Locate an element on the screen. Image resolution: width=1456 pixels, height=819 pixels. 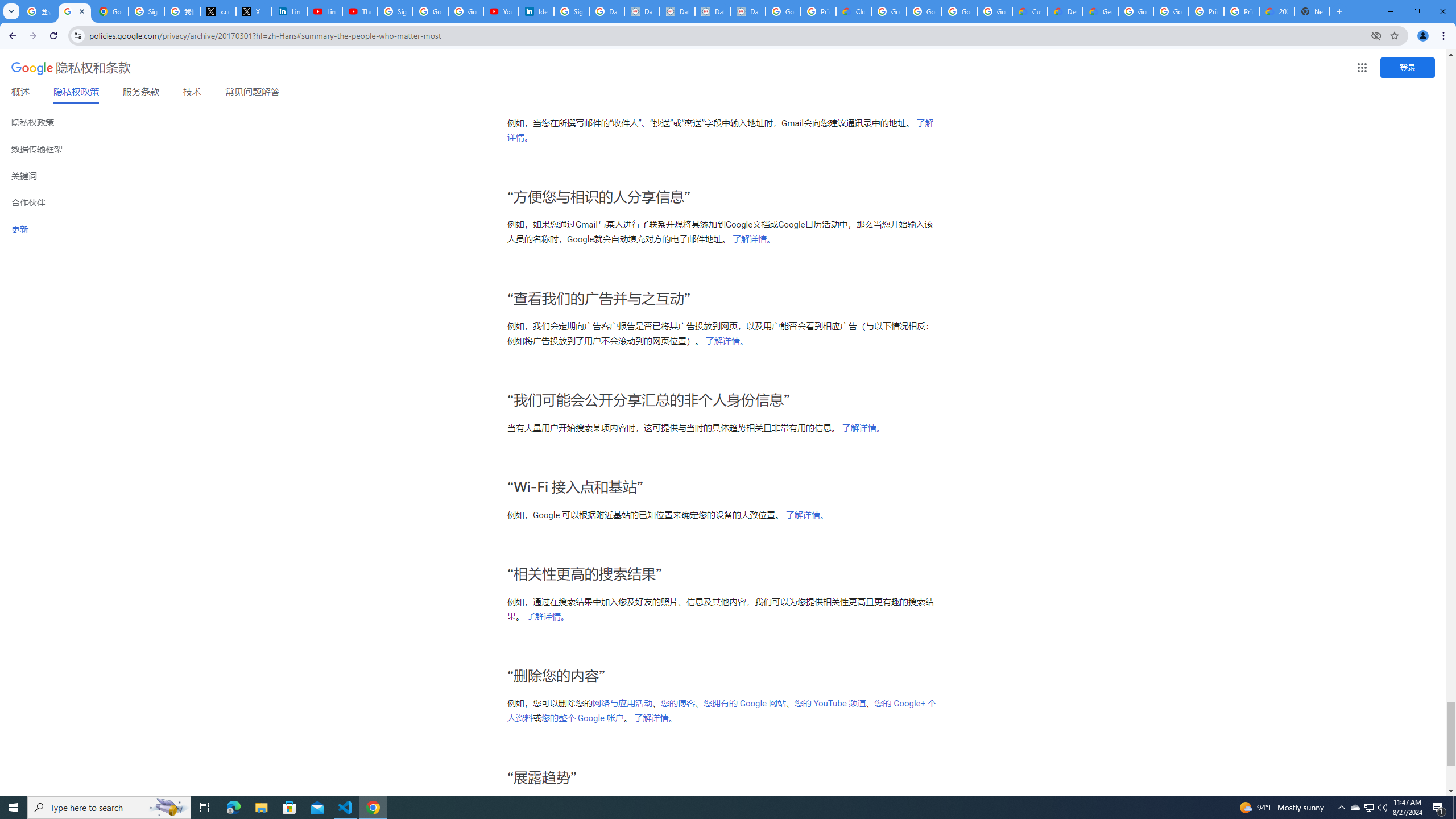
'Cloud Data Processing Addendum | Google Cloud' is located at coordinates (853, 11).